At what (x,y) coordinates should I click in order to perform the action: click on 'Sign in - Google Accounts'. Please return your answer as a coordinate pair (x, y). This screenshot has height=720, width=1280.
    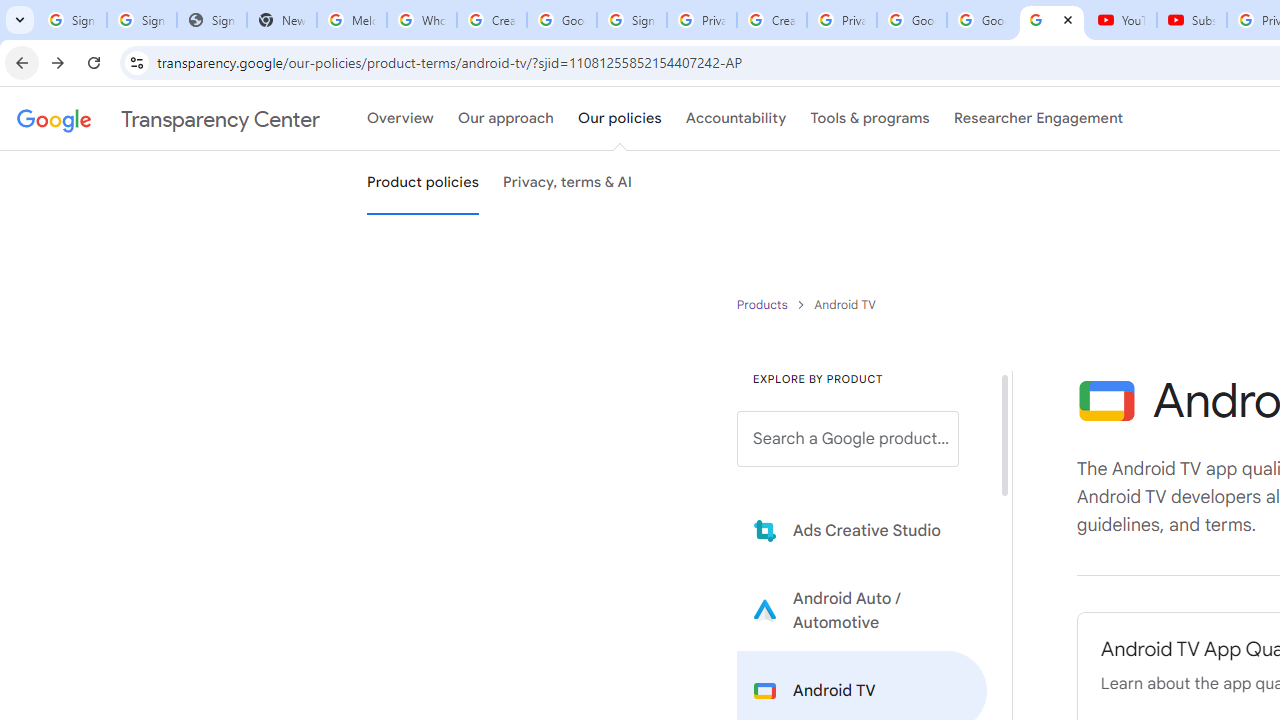
    Looking at the image, I should click on (630, 20).